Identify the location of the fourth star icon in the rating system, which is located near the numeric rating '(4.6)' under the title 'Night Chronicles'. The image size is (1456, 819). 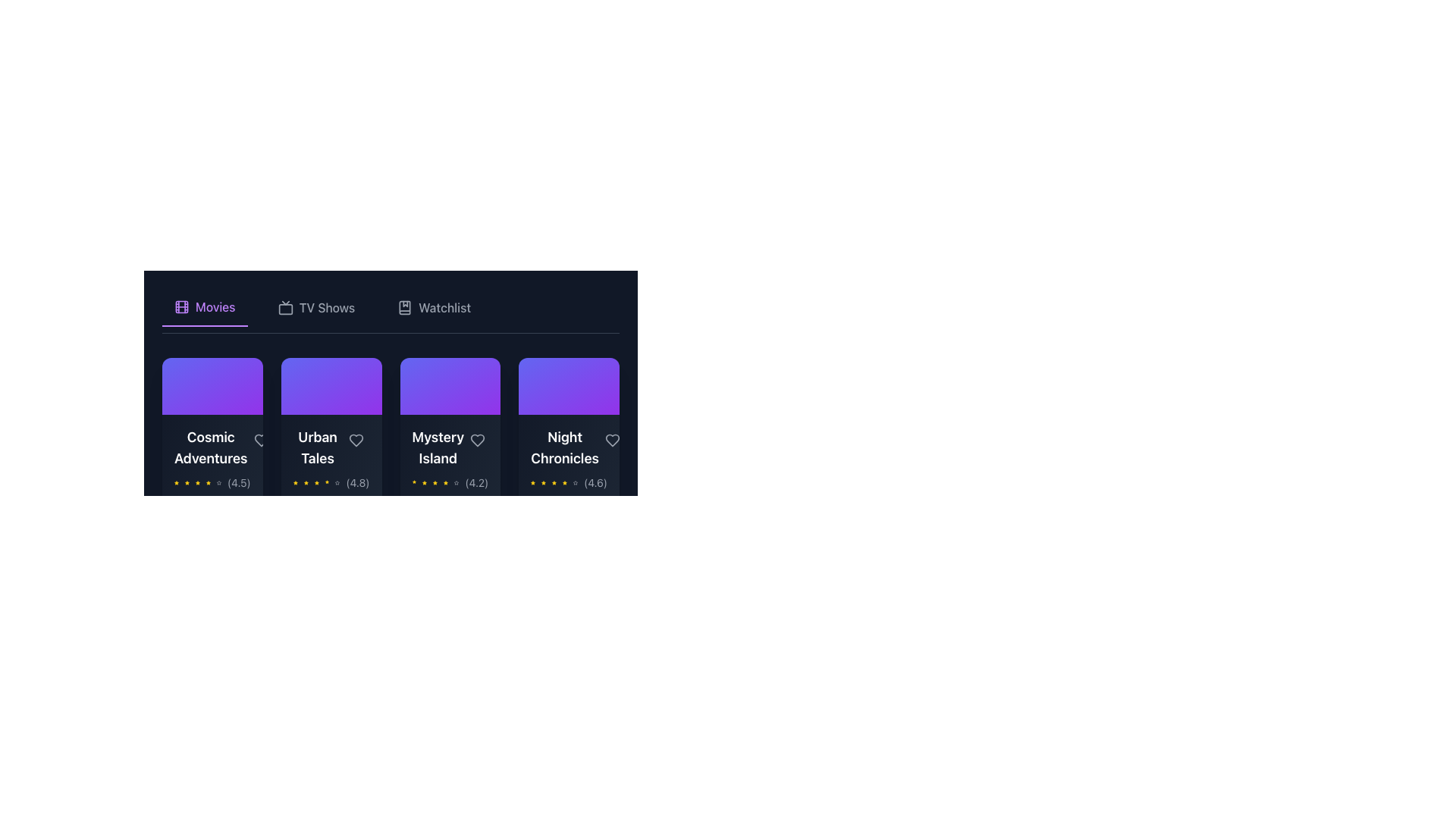
(554, 482).